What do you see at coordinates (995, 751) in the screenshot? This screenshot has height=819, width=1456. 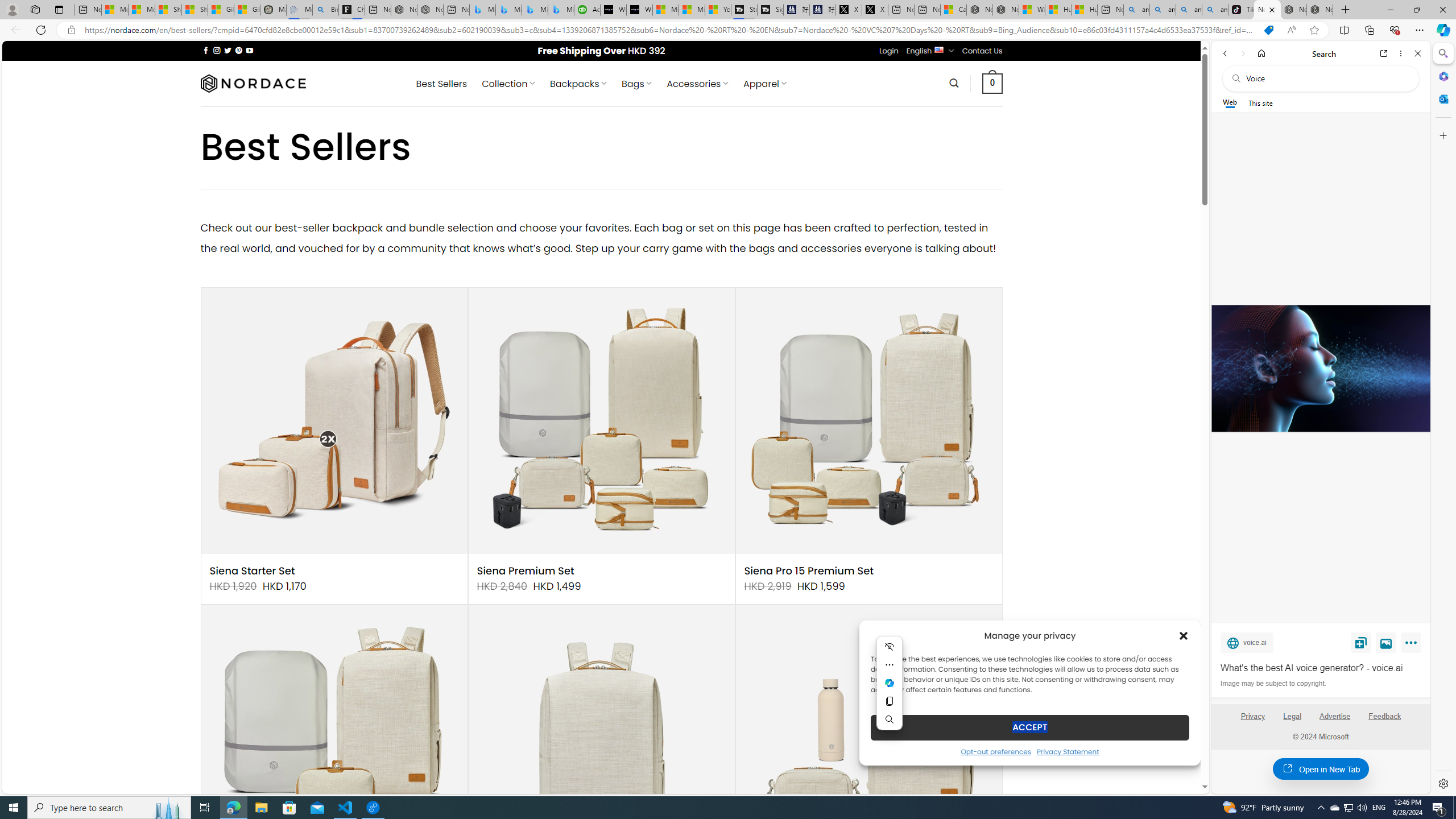 I see `'Opt-out preferences'` at bounding box center [995, 751].